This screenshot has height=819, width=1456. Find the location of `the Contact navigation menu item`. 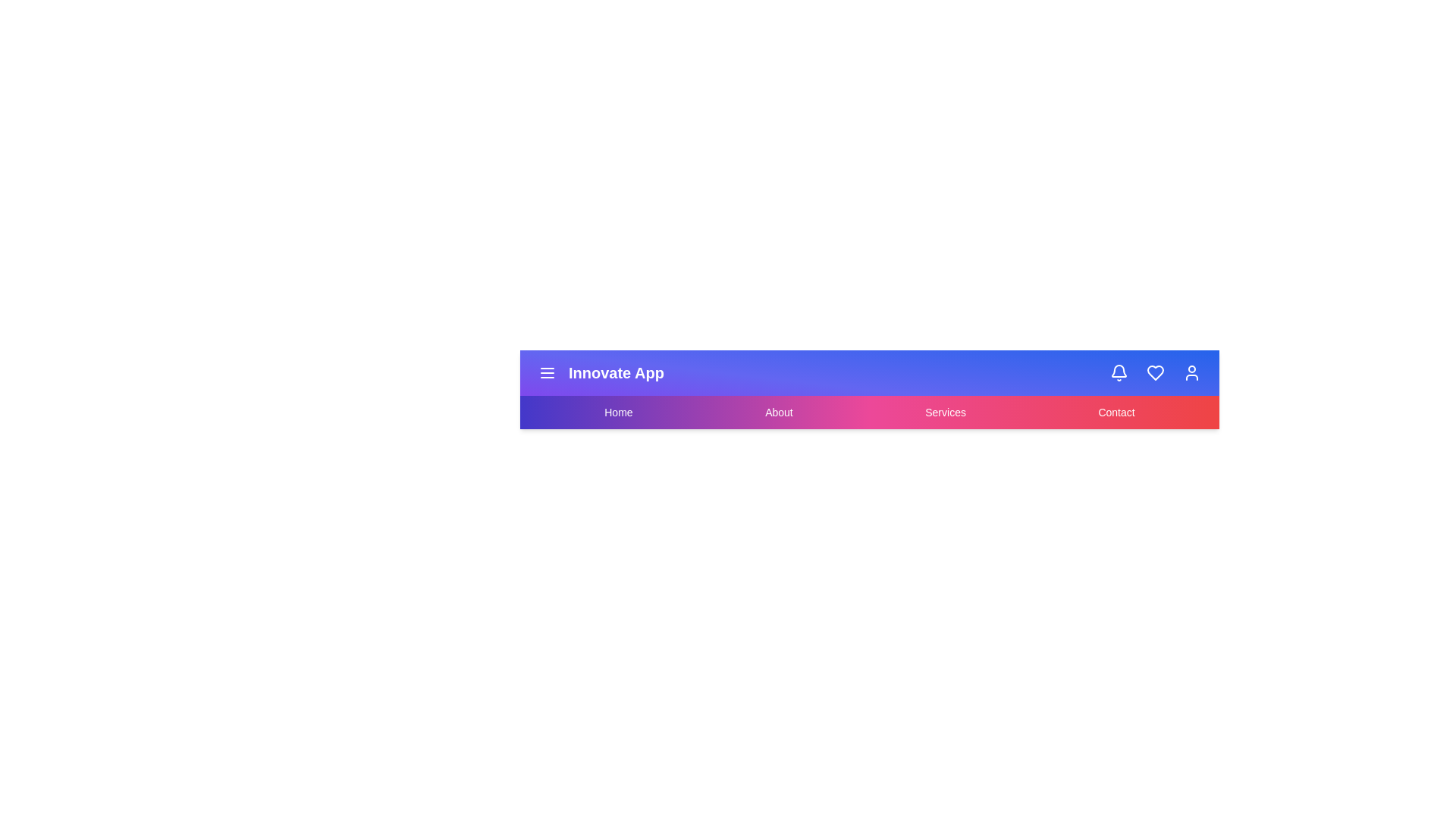

the Contact navigation menu item is located at coordinates (1116, 412).